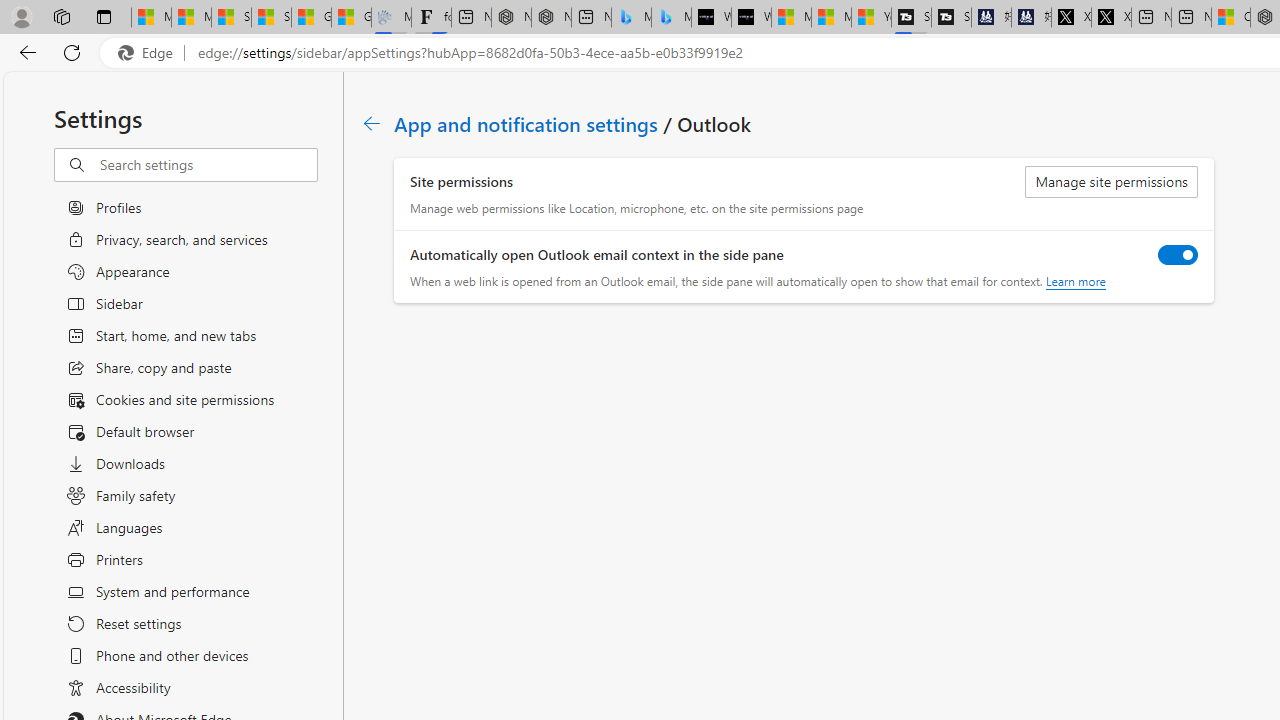 This screenshot has height=720, width=1280. I want to click on 'Go back to App and notification settings page.', so click(372, 123).